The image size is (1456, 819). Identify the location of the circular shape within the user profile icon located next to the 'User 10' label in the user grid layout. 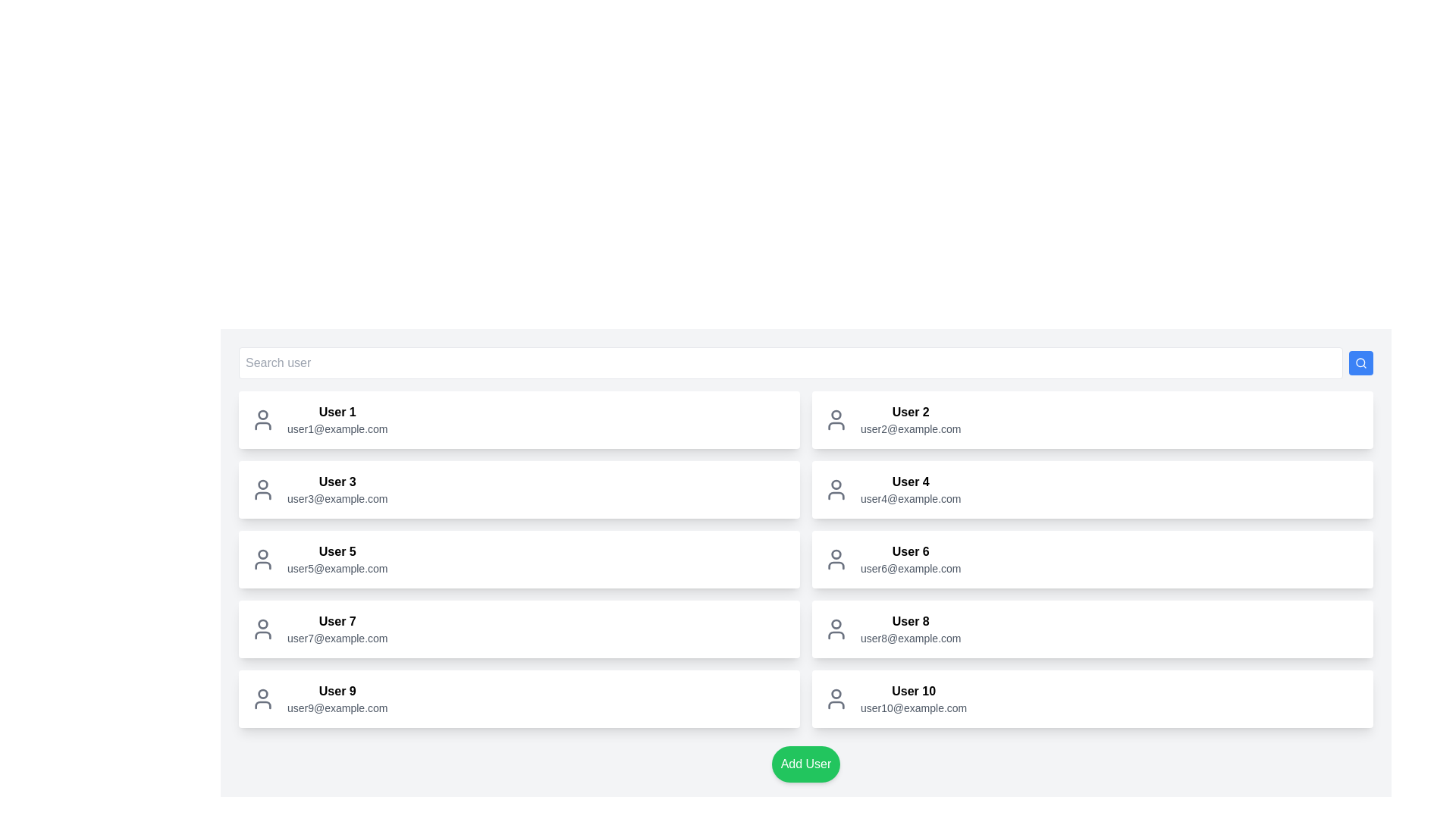
(836, 693).